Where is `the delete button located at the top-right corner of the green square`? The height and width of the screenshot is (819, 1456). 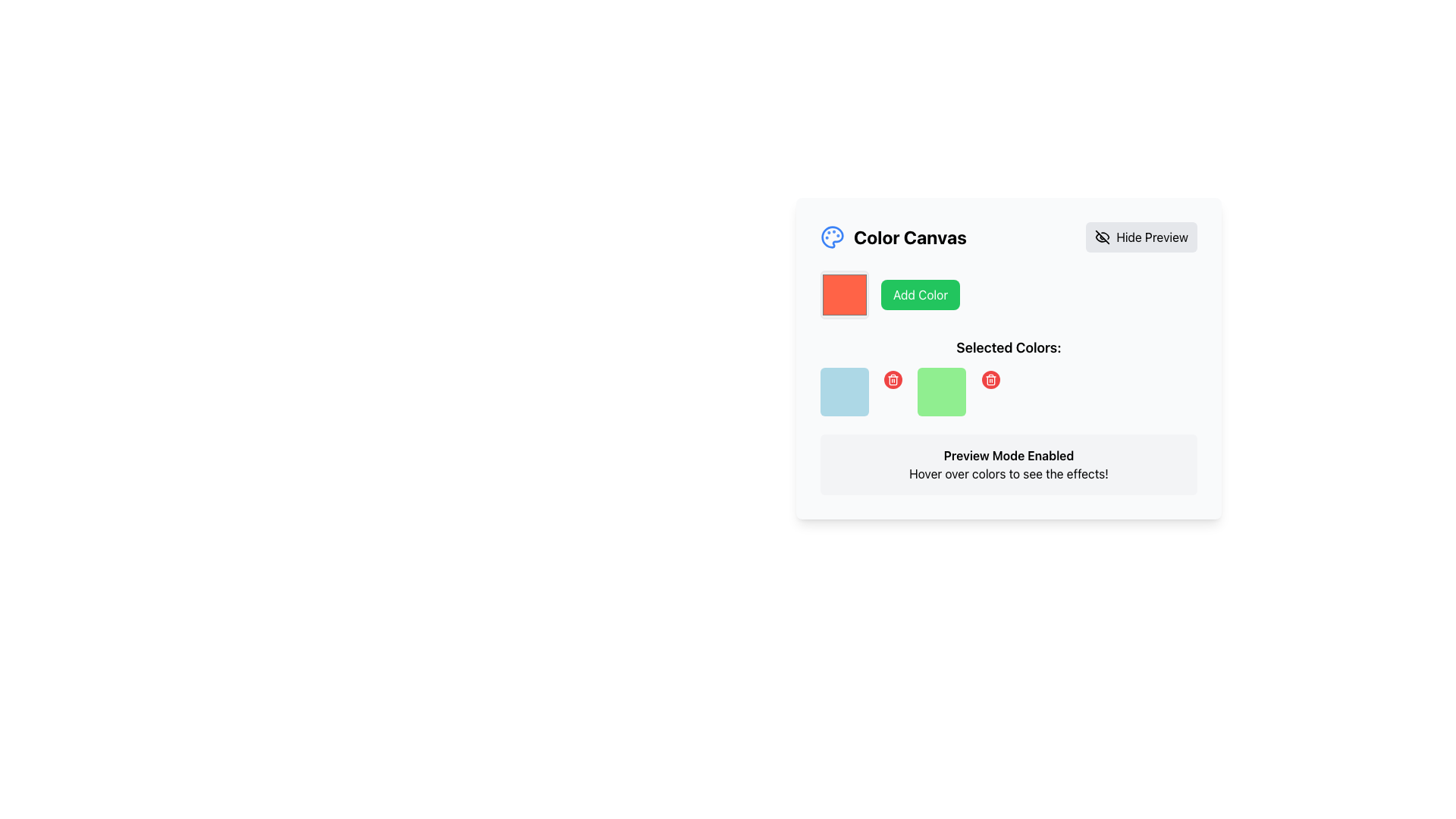
the delete button located at the top-right corner of the green square is located at coordinates (990, 379).